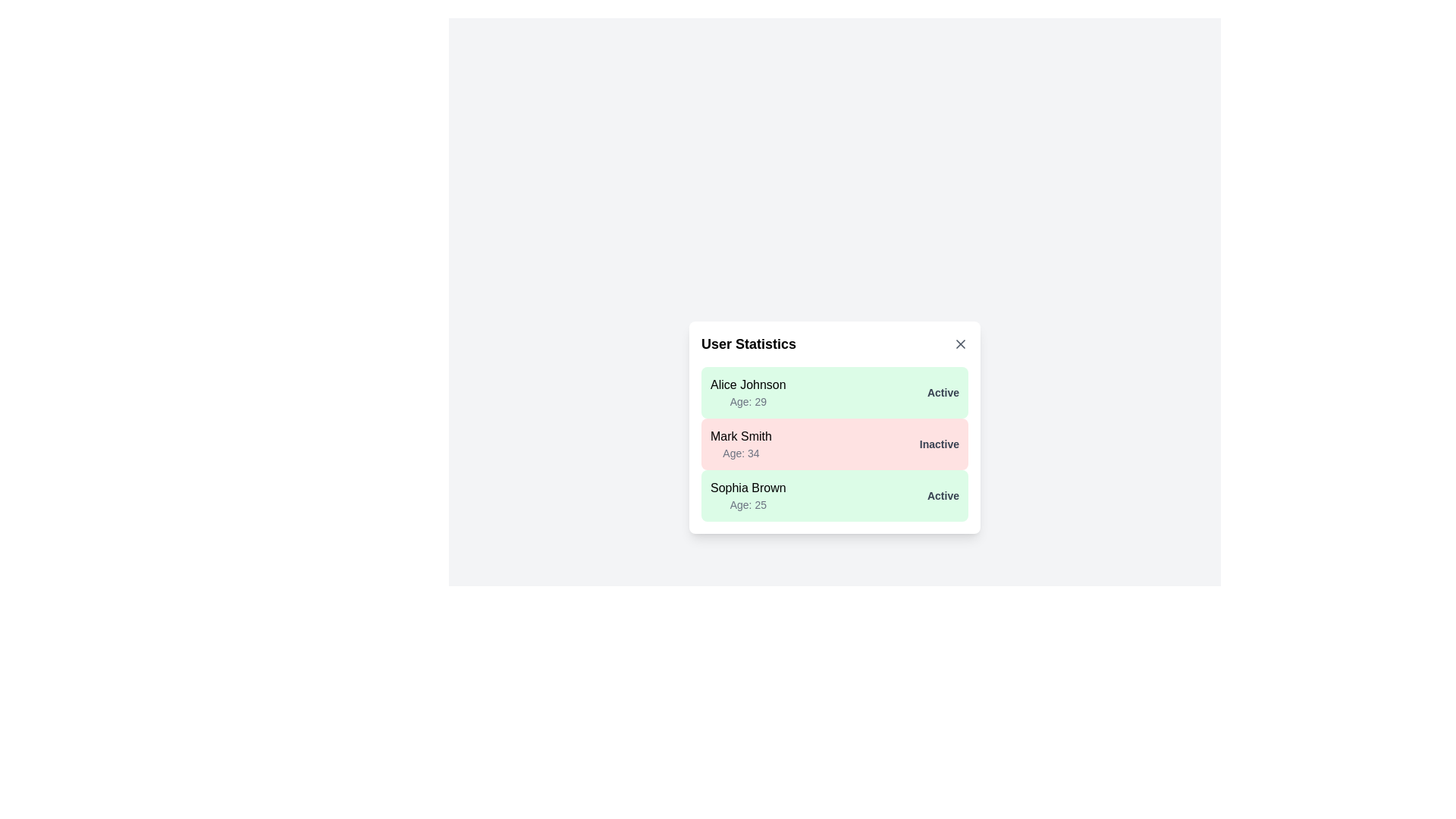 This screenshot has width=1456, height=819. Describe the element at coordinates (833, 444) in the screenshot. I see `the user entry corresponding to Mark Smith to inspect their details` at that location.